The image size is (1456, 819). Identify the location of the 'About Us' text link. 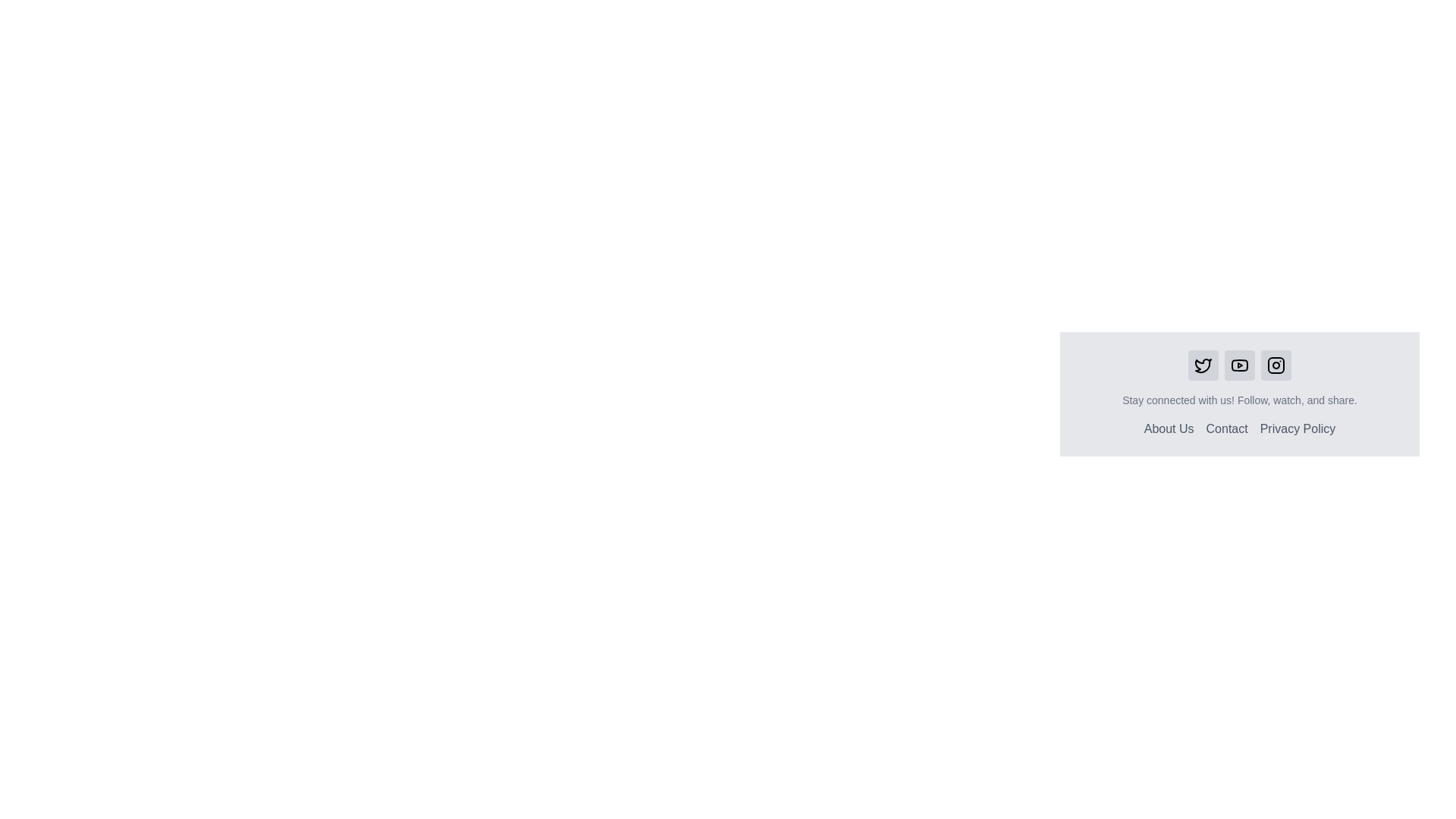
(1168, 429).